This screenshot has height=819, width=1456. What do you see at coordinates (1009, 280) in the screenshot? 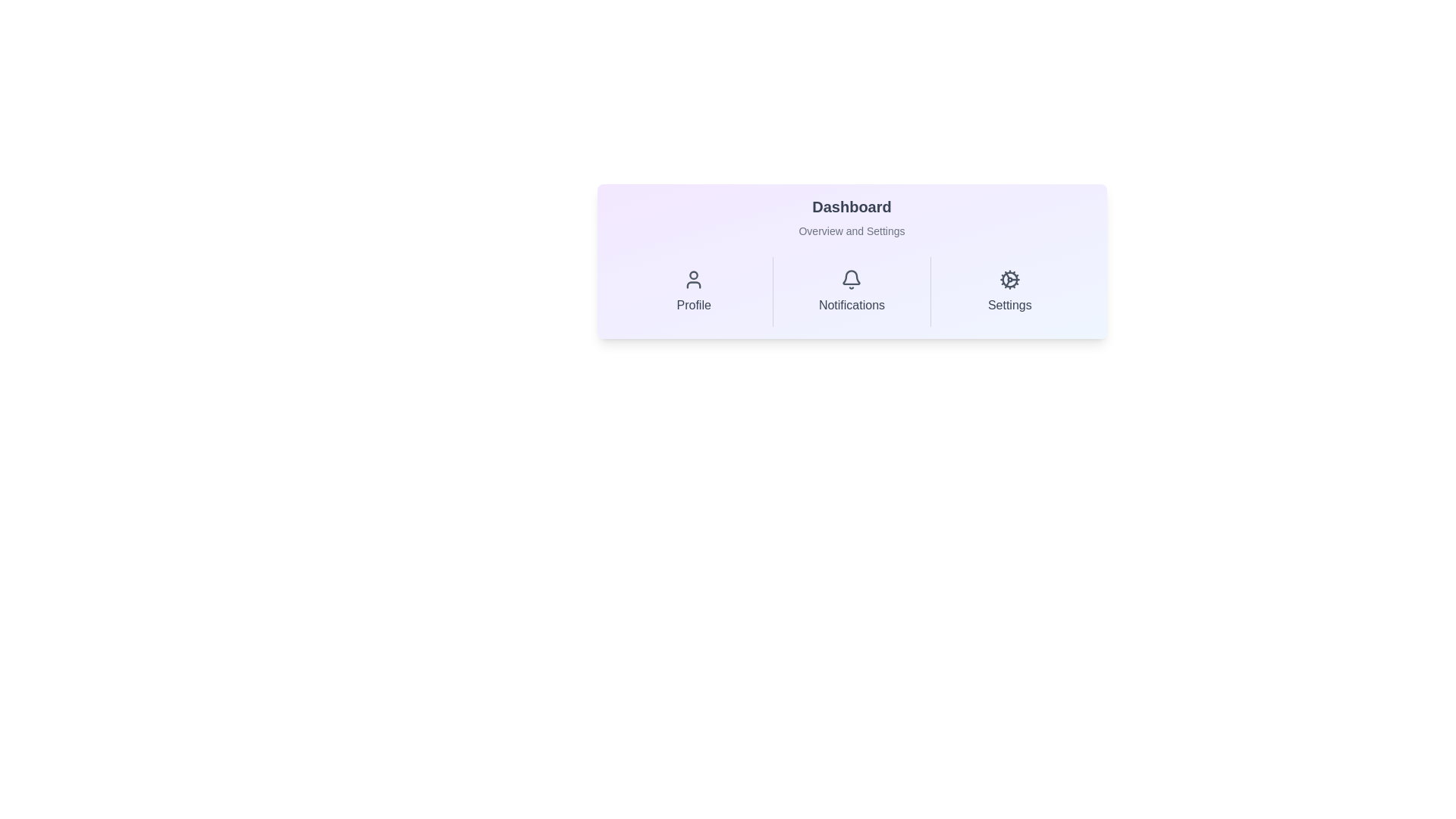
I see `the outer circle of the cogwheel icon, which represents settings, located to the far right within the interface options row` at bounding box center [1009, 280].